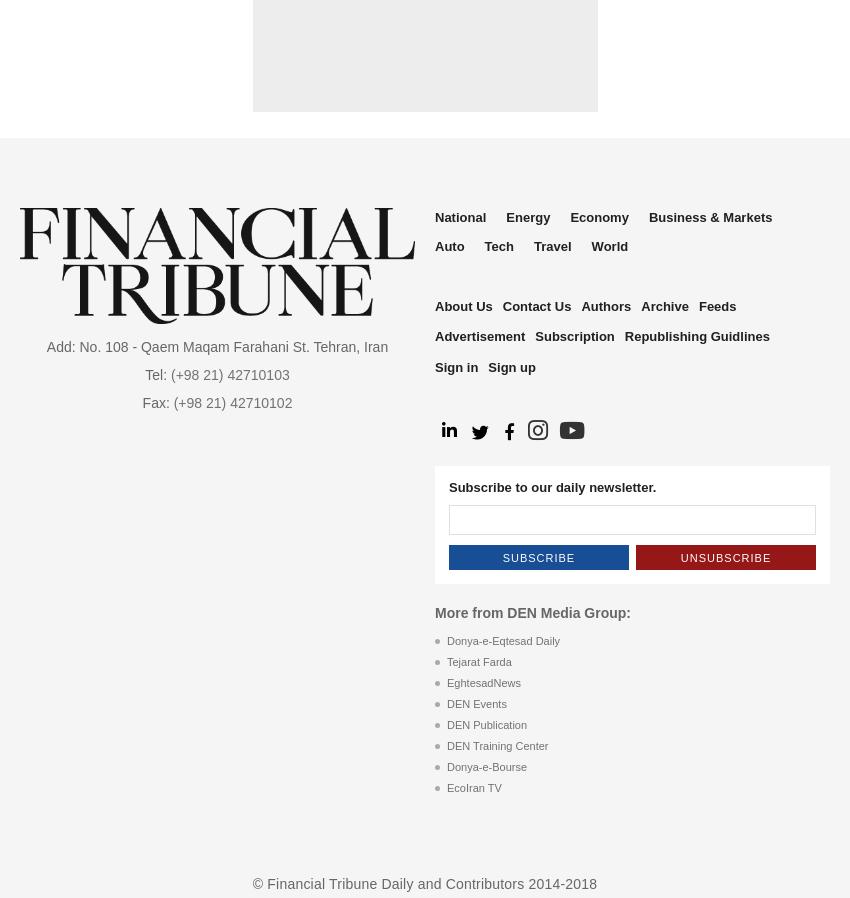 The image size is (850, 898). I want to click on '© Financial Tribune Daily and Contributors 2014-2018', so click(424, 883).